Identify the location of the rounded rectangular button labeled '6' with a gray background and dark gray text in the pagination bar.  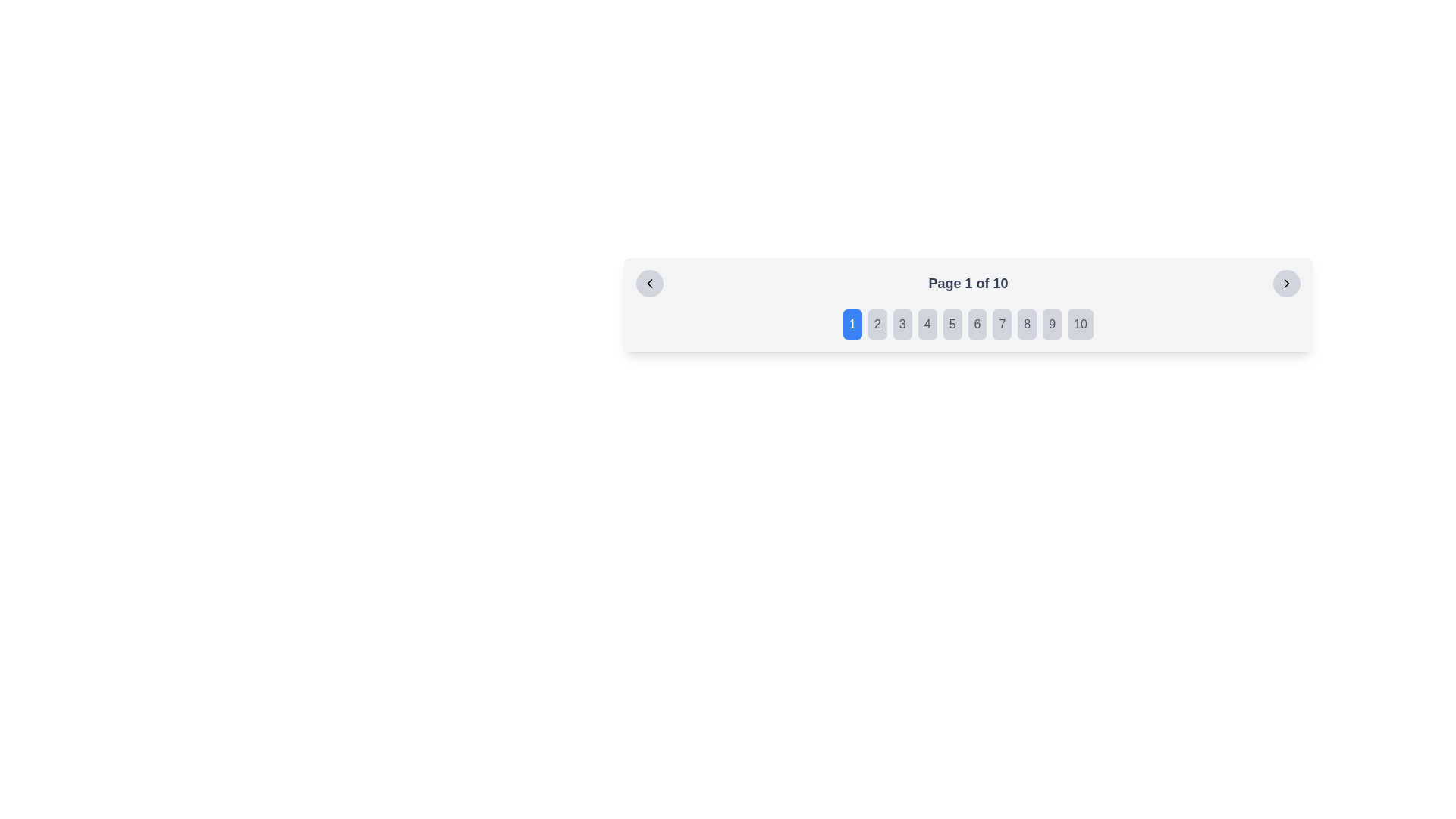
(977, 324).